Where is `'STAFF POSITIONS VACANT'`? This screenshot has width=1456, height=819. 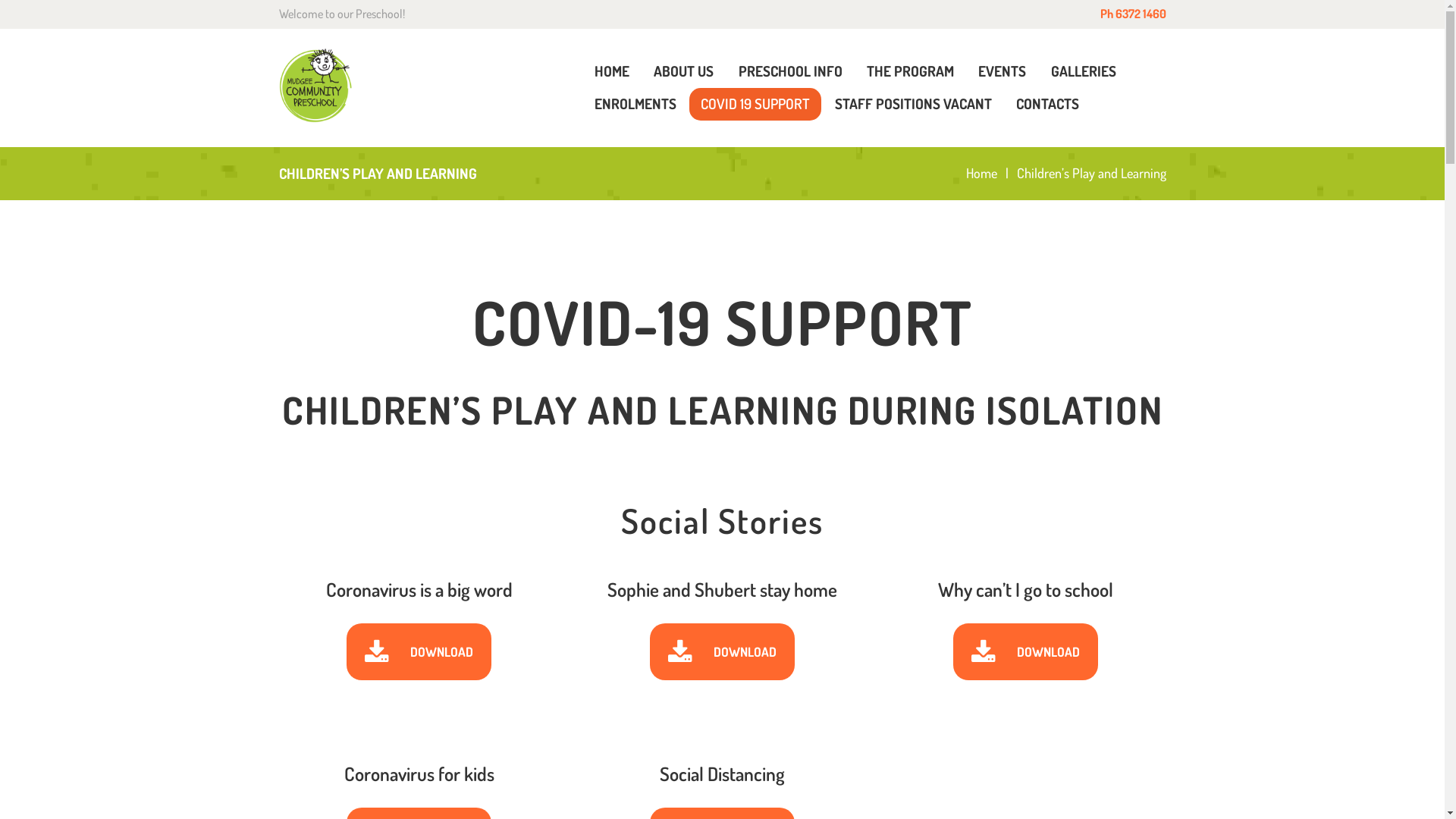 'STAFF POSITIONS VACANT' is located at coordinates (912, 103).